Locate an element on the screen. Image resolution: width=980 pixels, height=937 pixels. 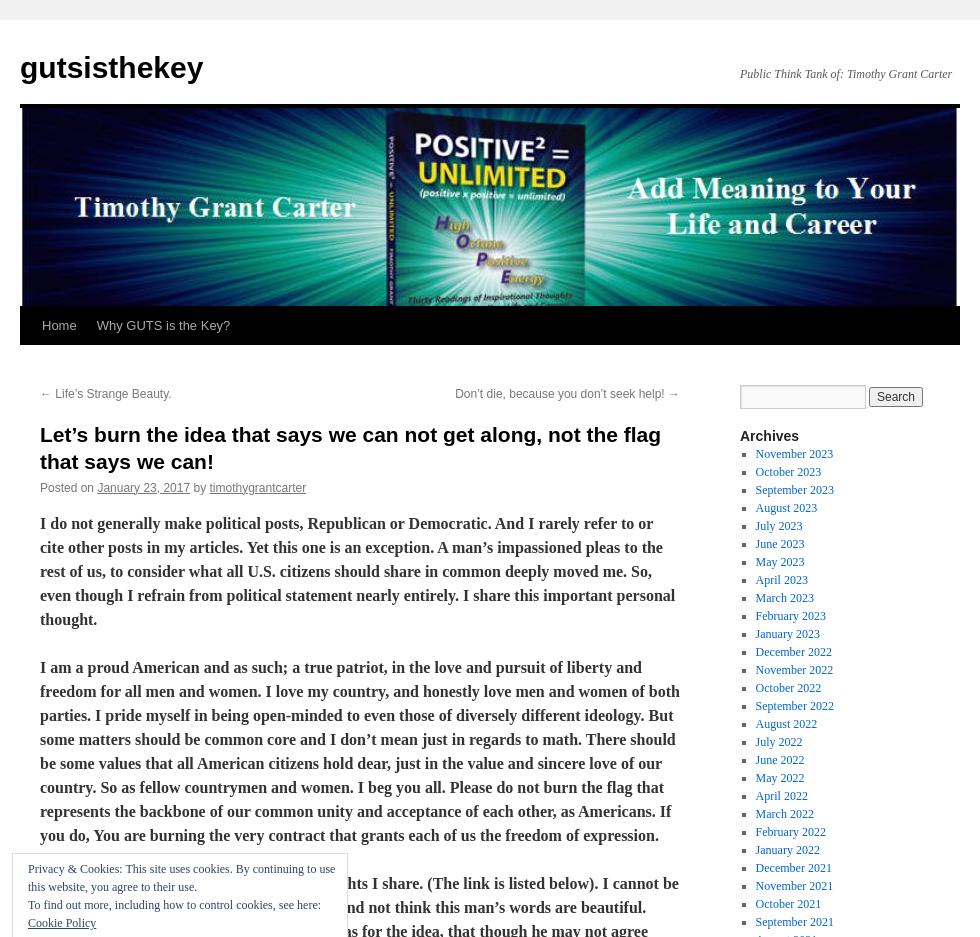
'December 2022' is located at coordinates (754, 650).